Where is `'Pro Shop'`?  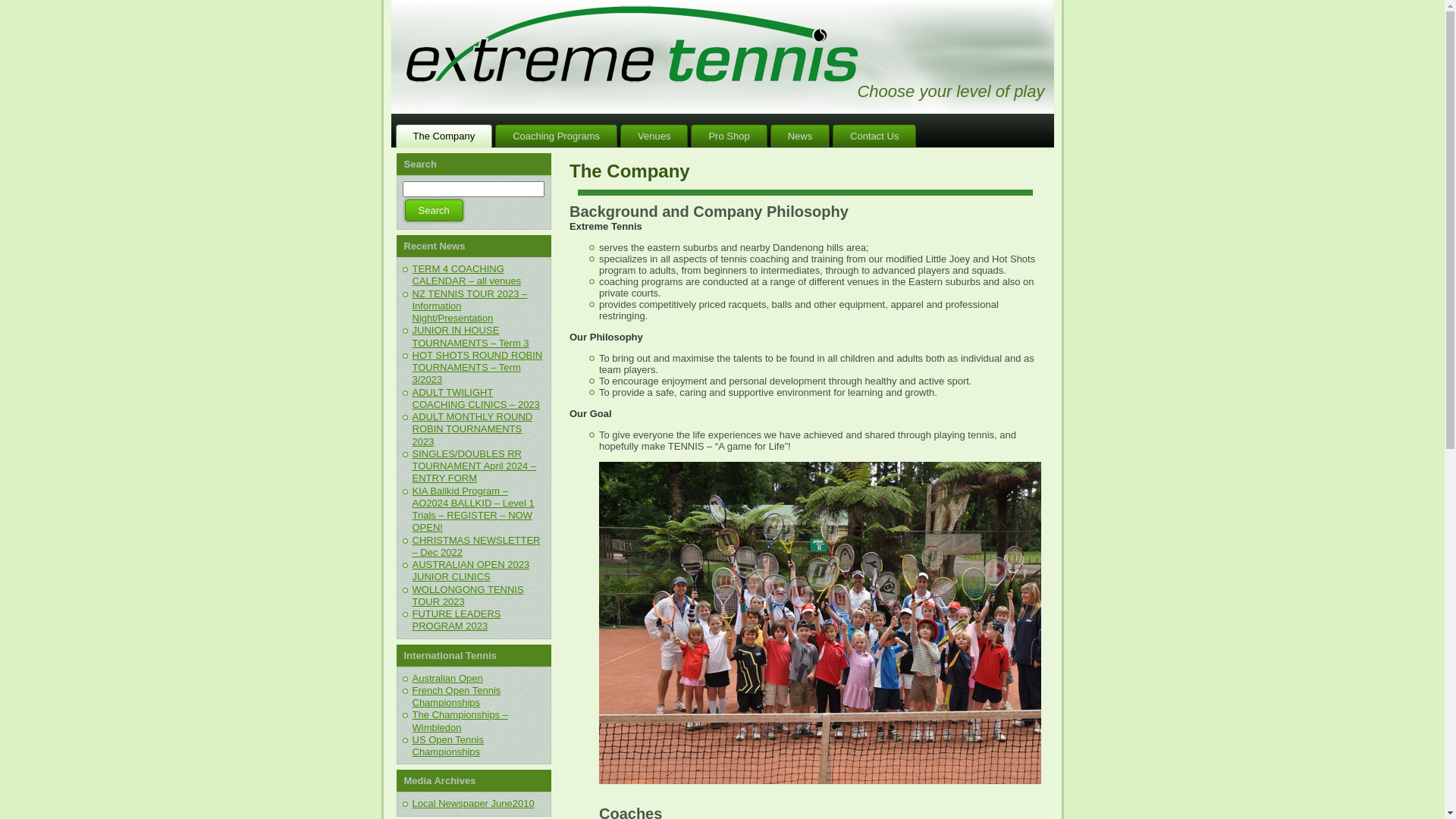
'Pro Shop' is located at coordinates (728, 135).